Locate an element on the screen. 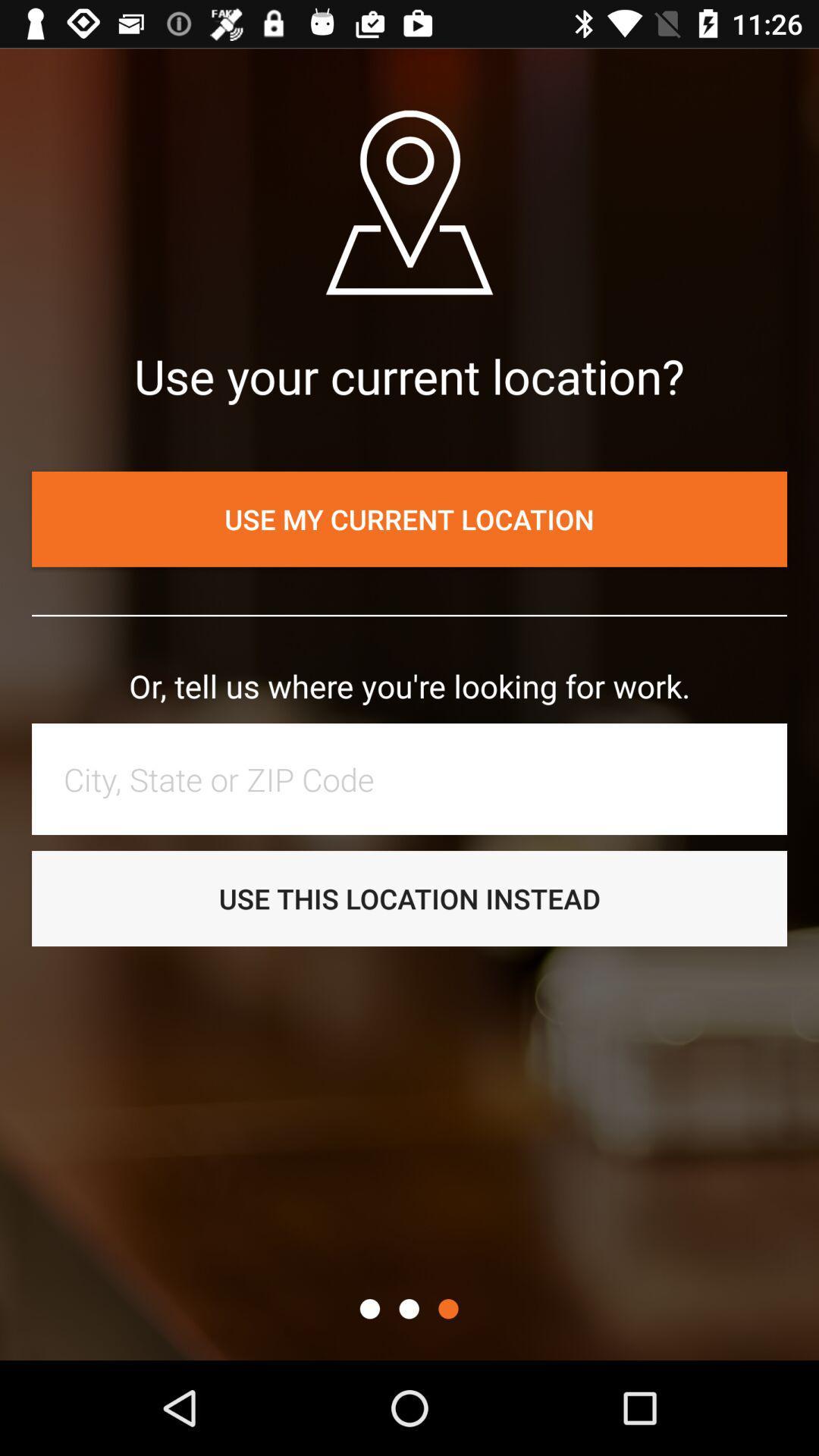  the icon below or tell us item is located at coordinates (417, 779).